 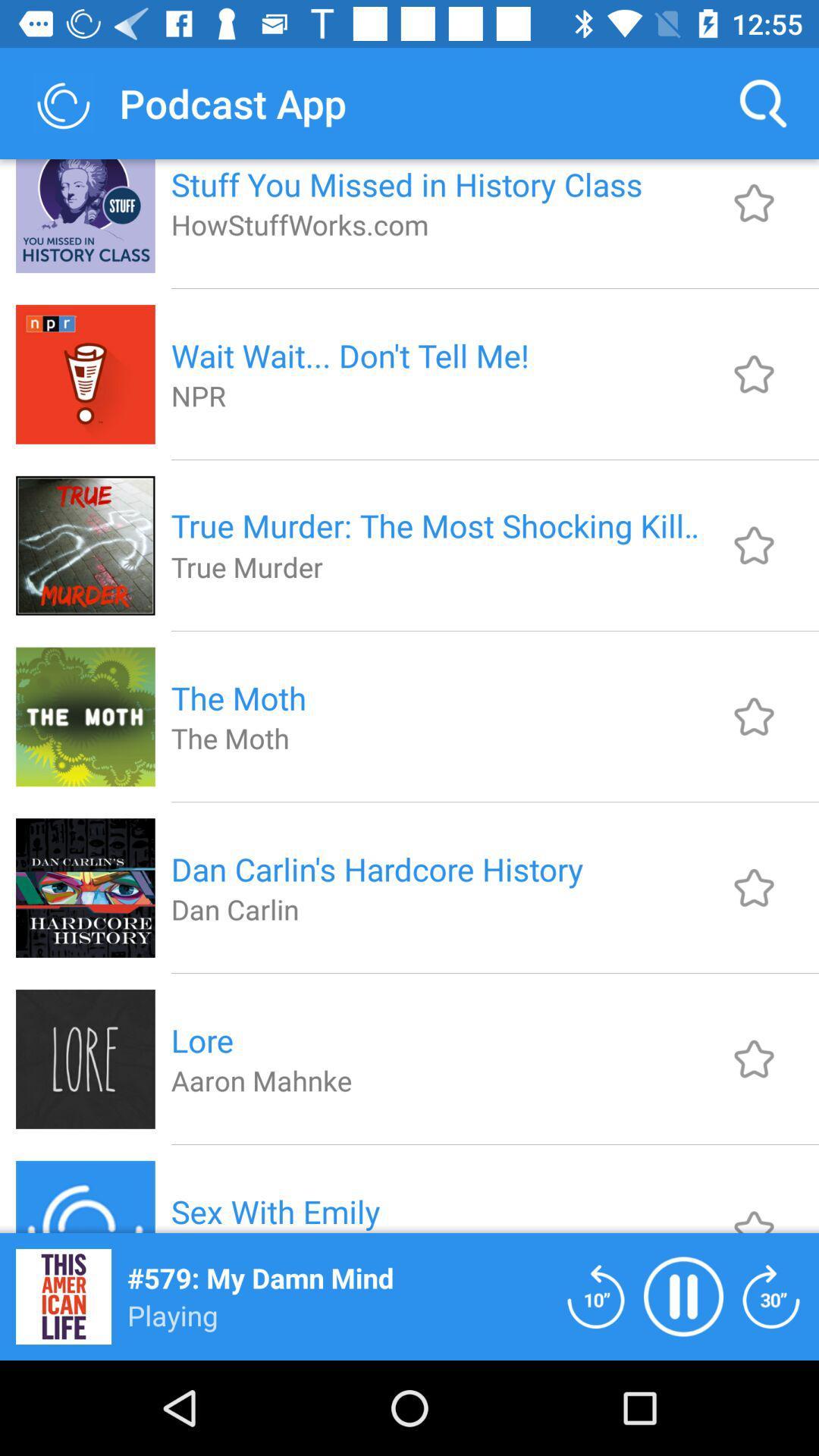 I want to click on as favorite, so click(x=754, y=545).